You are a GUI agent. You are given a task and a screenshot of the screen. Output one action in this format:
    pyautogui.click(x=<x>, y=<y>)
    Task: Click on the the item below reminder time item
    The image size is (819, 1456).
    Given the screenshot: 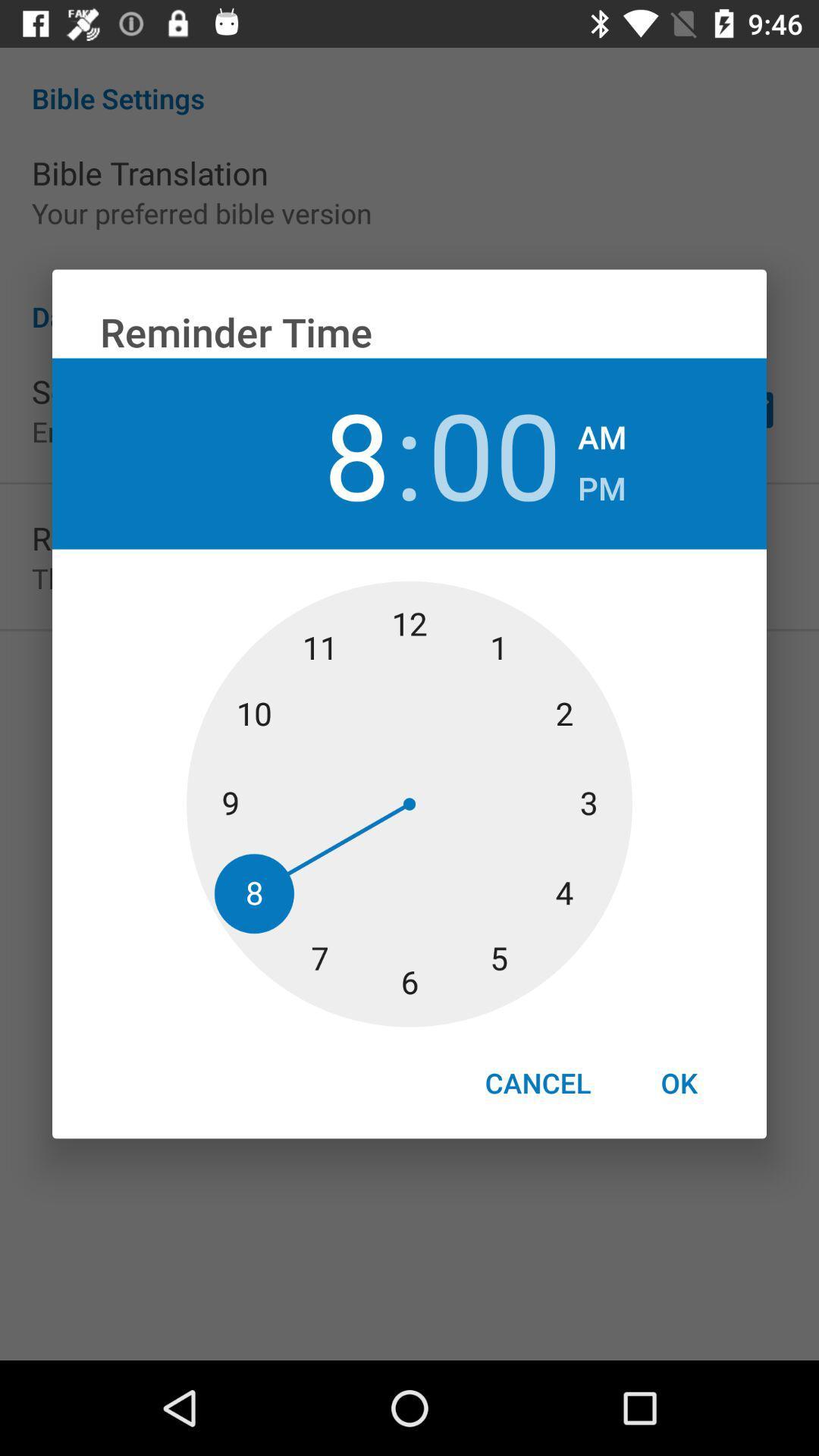 What is the action you would take?
    pyautogui.click(x=601, y=431)
    